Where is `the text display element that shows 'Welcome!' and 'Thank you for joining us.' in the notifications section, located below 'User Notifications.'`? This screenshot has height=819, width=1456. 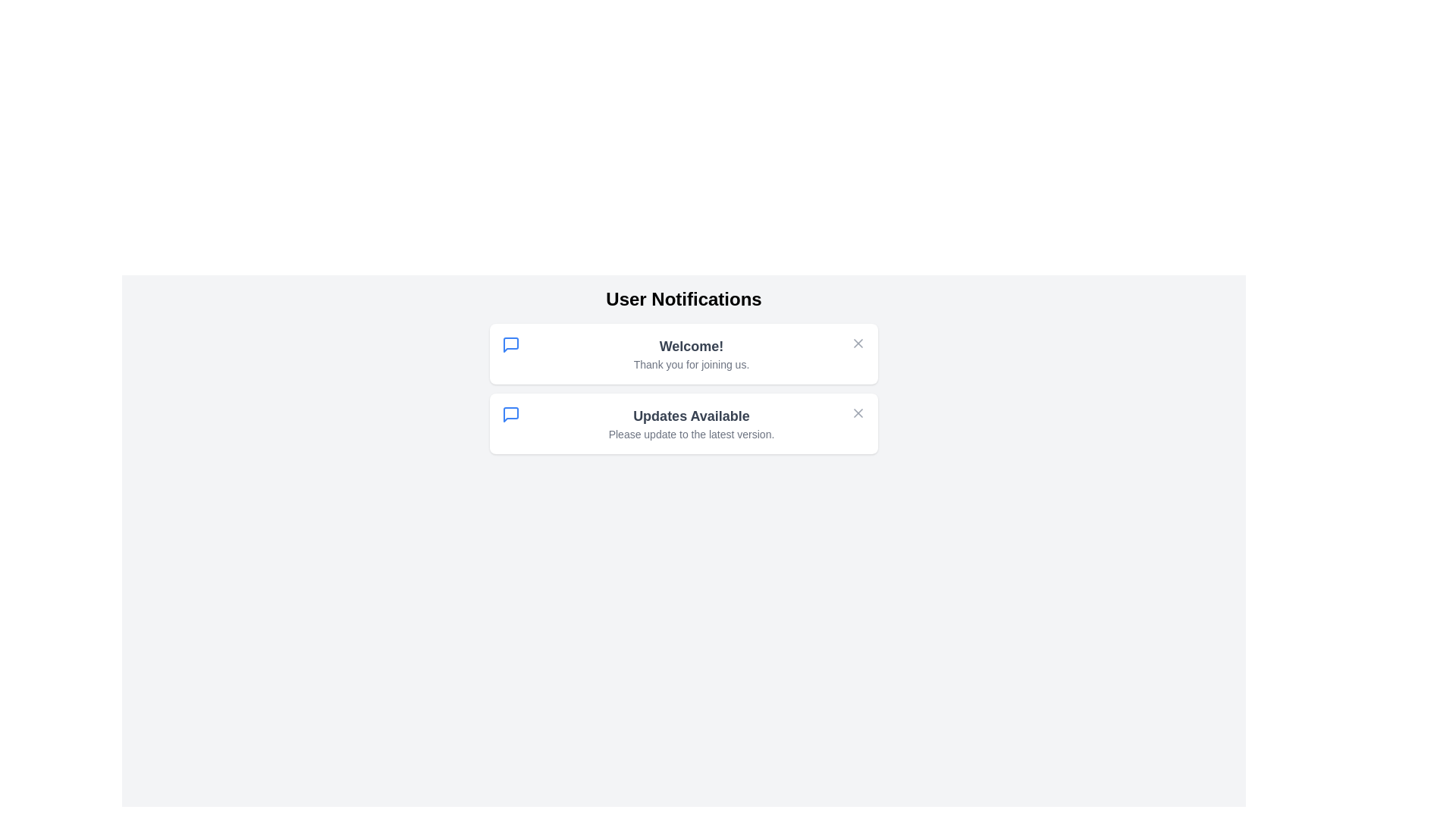 the text display element that shows 'Welcome!' and 'Thank you for joining us.' in the notifications section, located below 'User Notifications.' is located at coordinates (691, 353).